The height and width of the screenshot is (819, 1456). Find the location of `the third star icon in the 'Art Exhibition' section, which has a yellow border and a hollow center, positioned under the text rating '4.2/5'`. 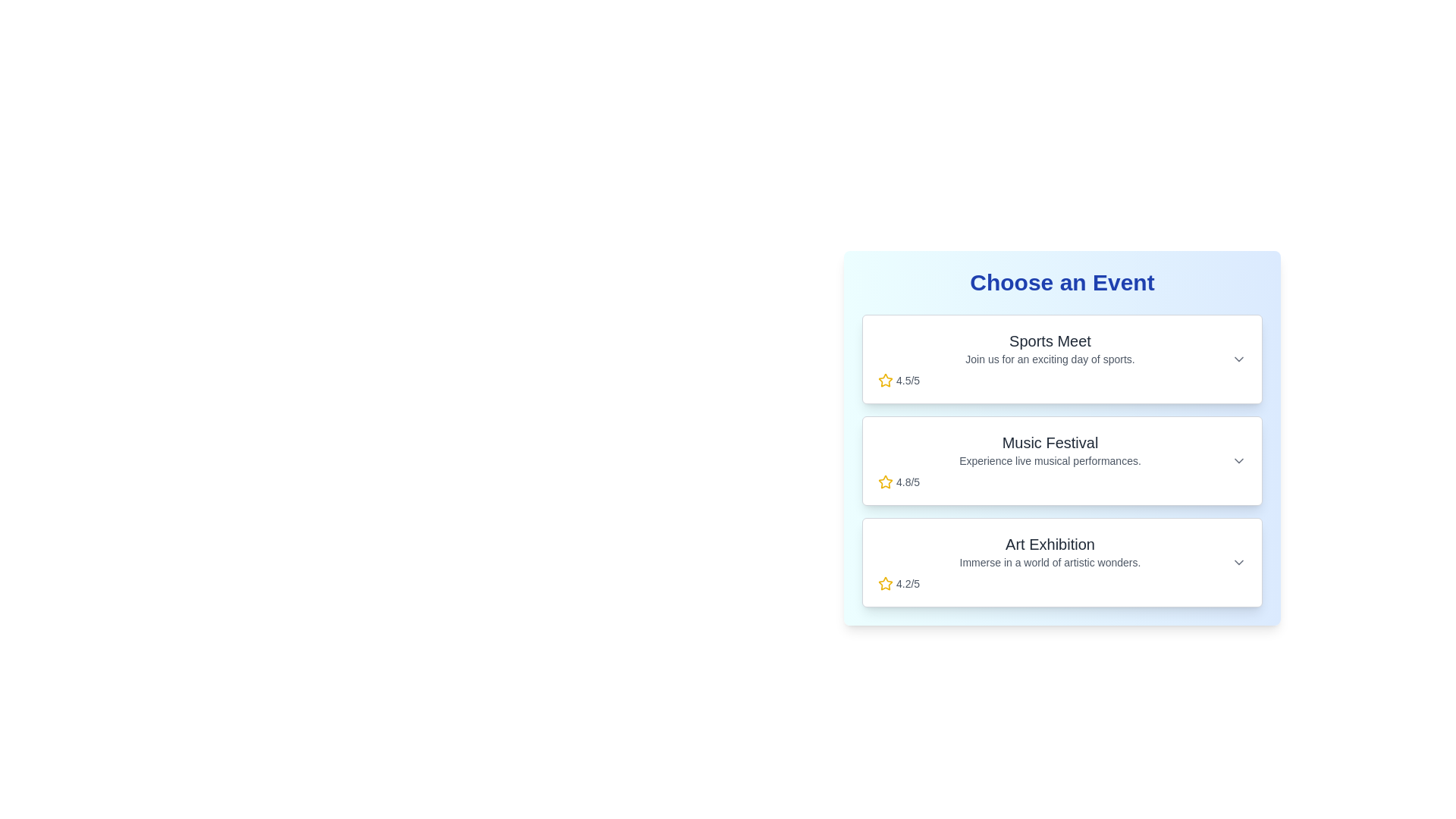

the third star icon in the 'Art Exhibition' section, which has a yellow border and a hollow center, positioned under the text rating '4.2/5' is located at coordinates (885, 582).